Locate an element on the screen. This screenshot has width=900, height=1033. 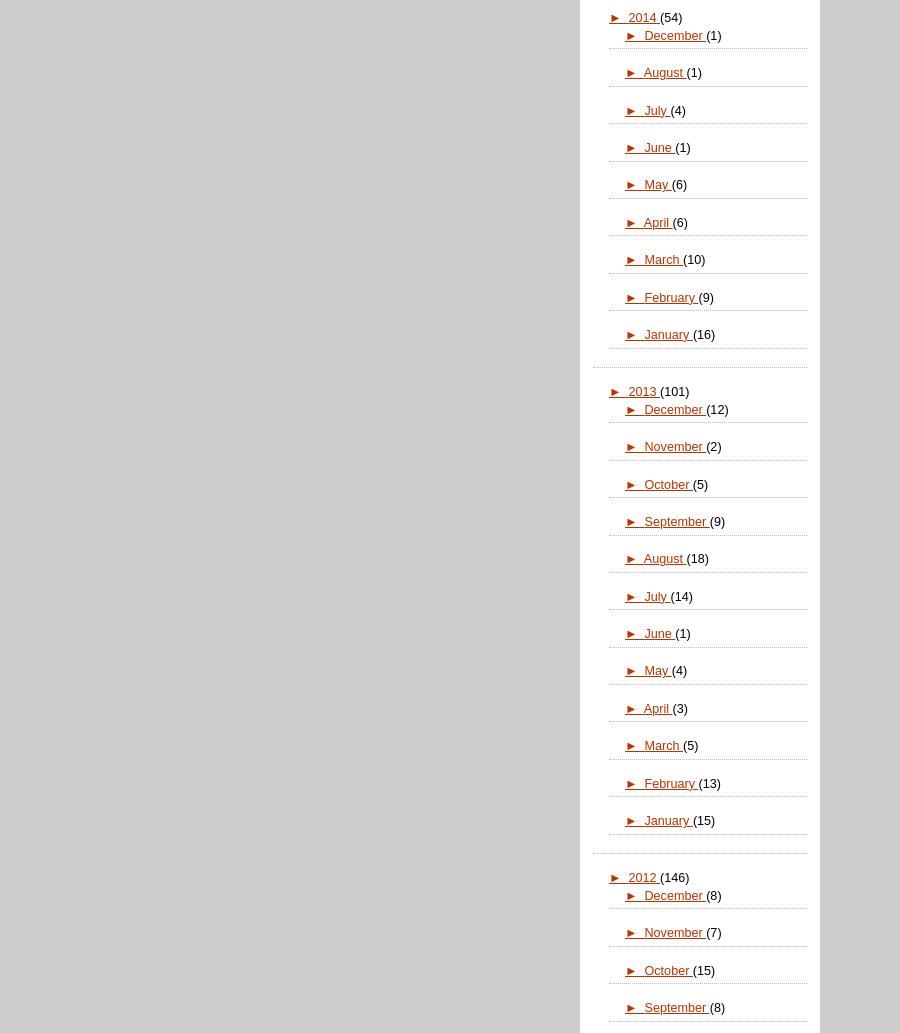
'2013' is located at coordinates (644, 392).